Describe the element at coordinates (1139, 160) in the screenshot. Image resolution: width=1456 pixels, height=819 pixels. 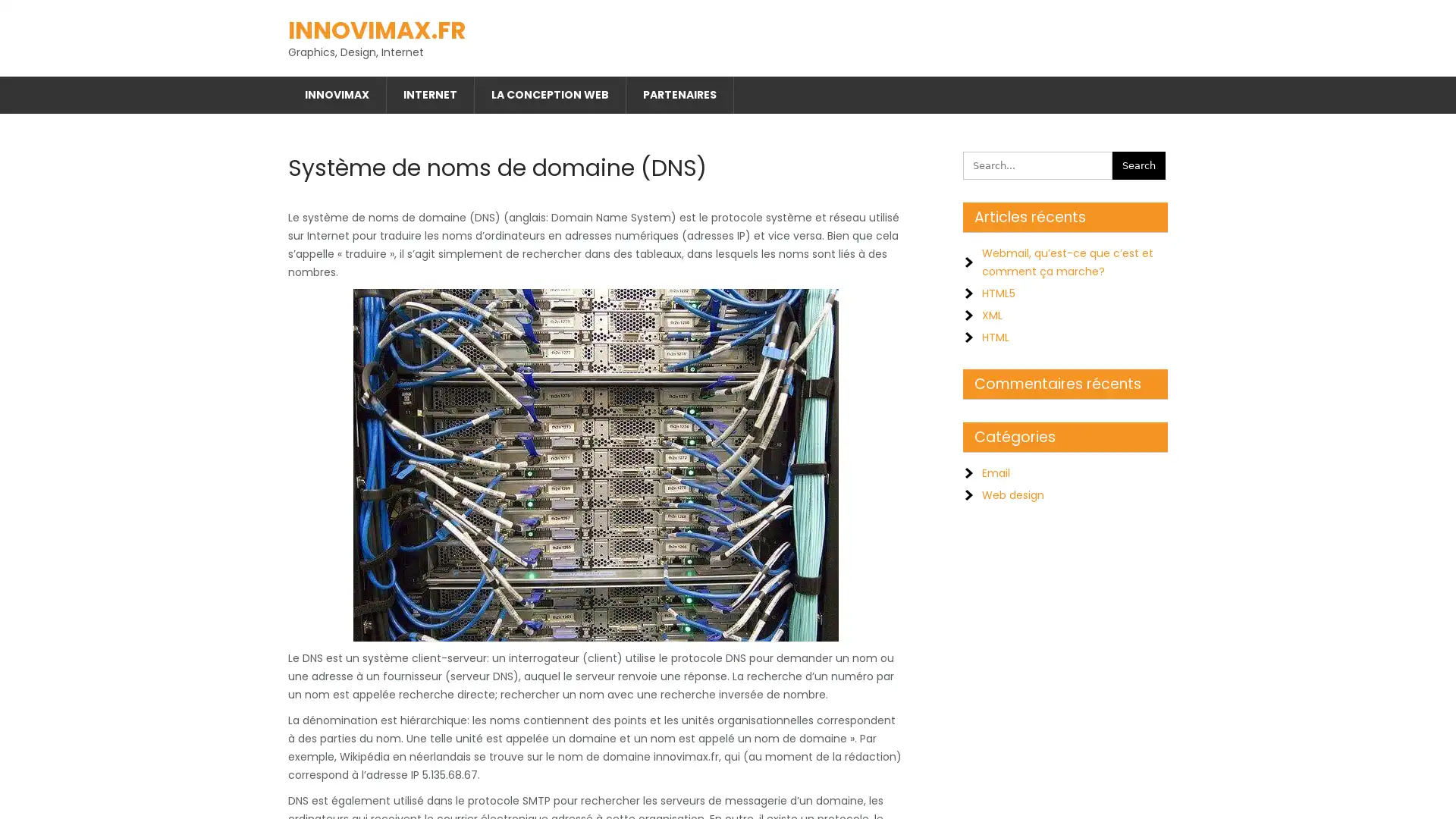
I see `Search` at that location.